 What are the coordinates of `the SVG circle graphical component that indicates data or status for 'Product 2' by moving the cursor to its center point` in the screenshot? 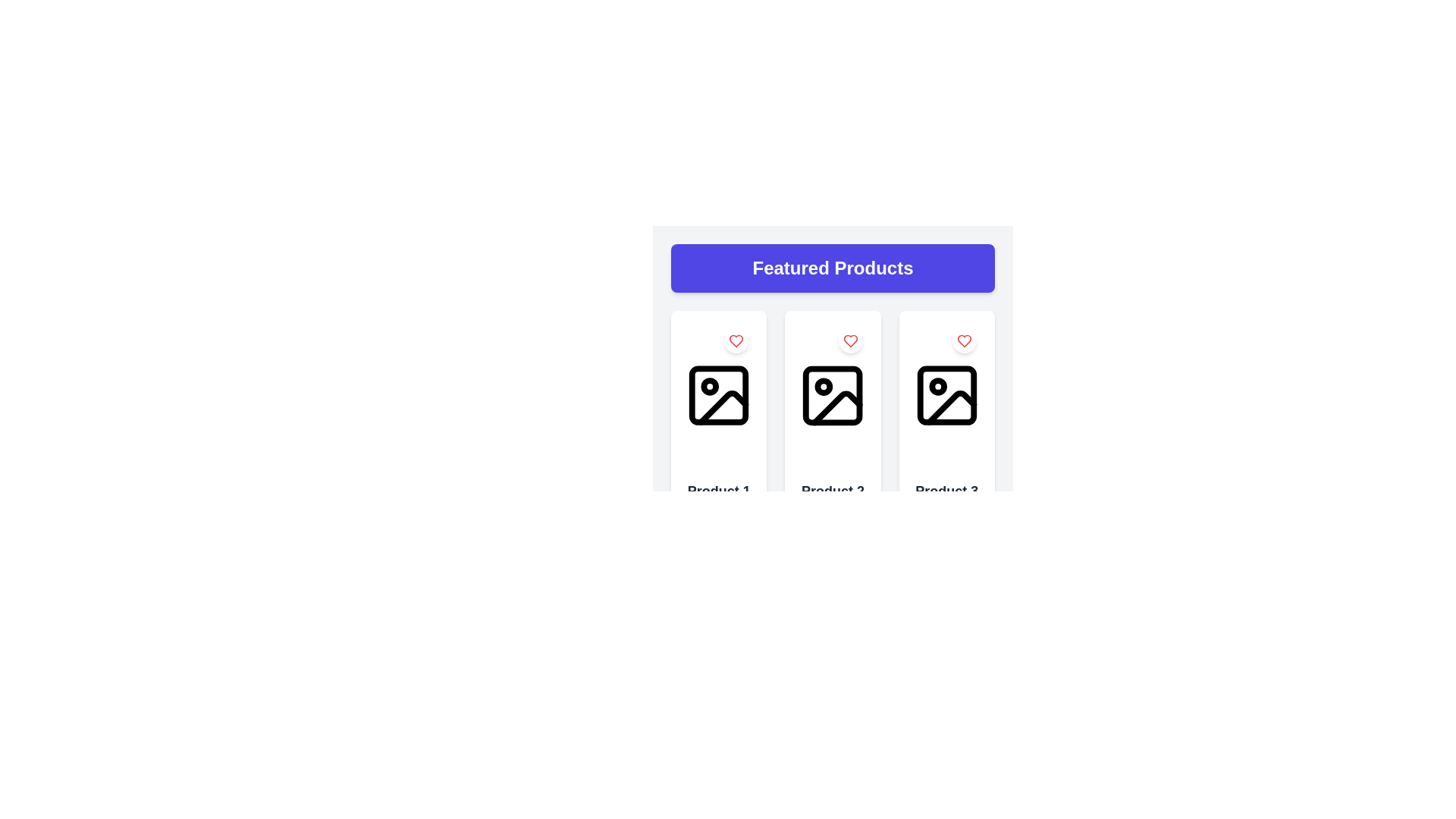 It's located at (823, 386).